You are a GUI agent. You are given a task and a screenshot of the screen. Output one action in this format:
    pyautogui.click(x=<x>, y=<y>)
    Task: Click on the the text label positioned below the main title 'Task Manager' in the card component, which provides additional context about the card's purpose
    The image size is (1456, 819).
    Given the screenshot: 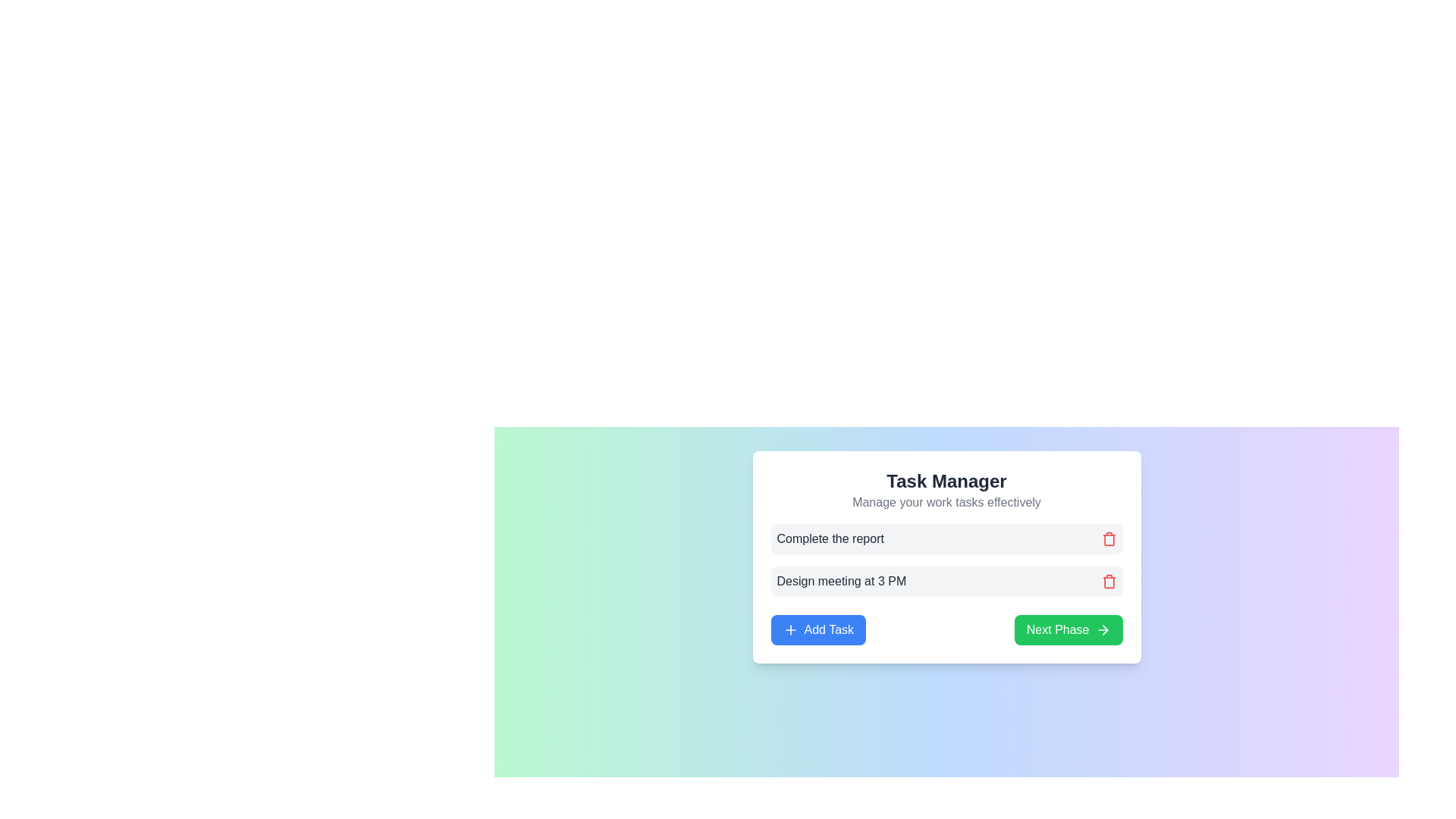 What is the action you would take?
    pyautogui.click(x=946, y=503)
    